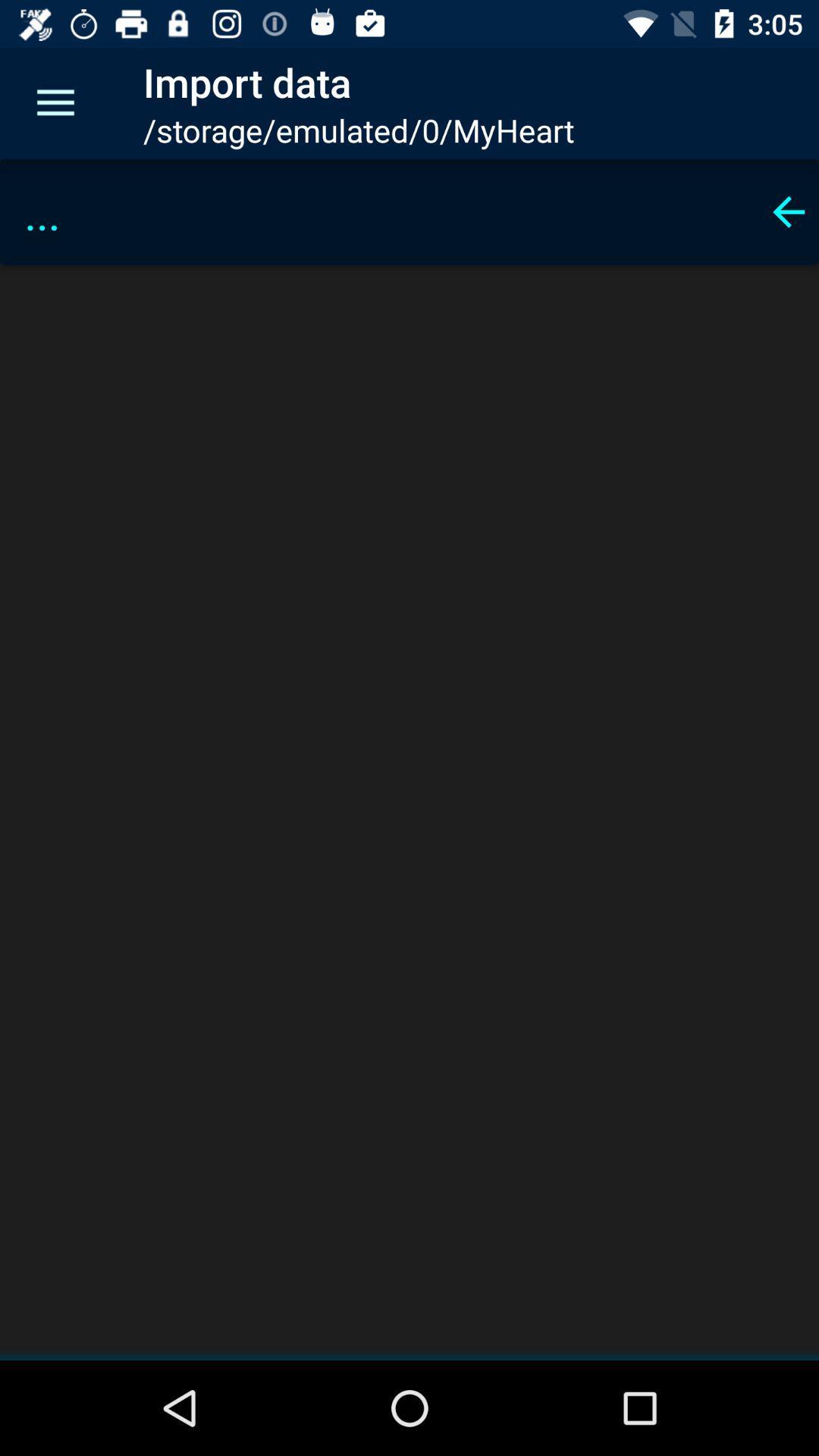 The height and width of the screenshot is (1456, 819). What do you see at coordinates (55, 102) in the screenshot?
I see `the icon to the left of import data item` at bounding box center [55, 102].